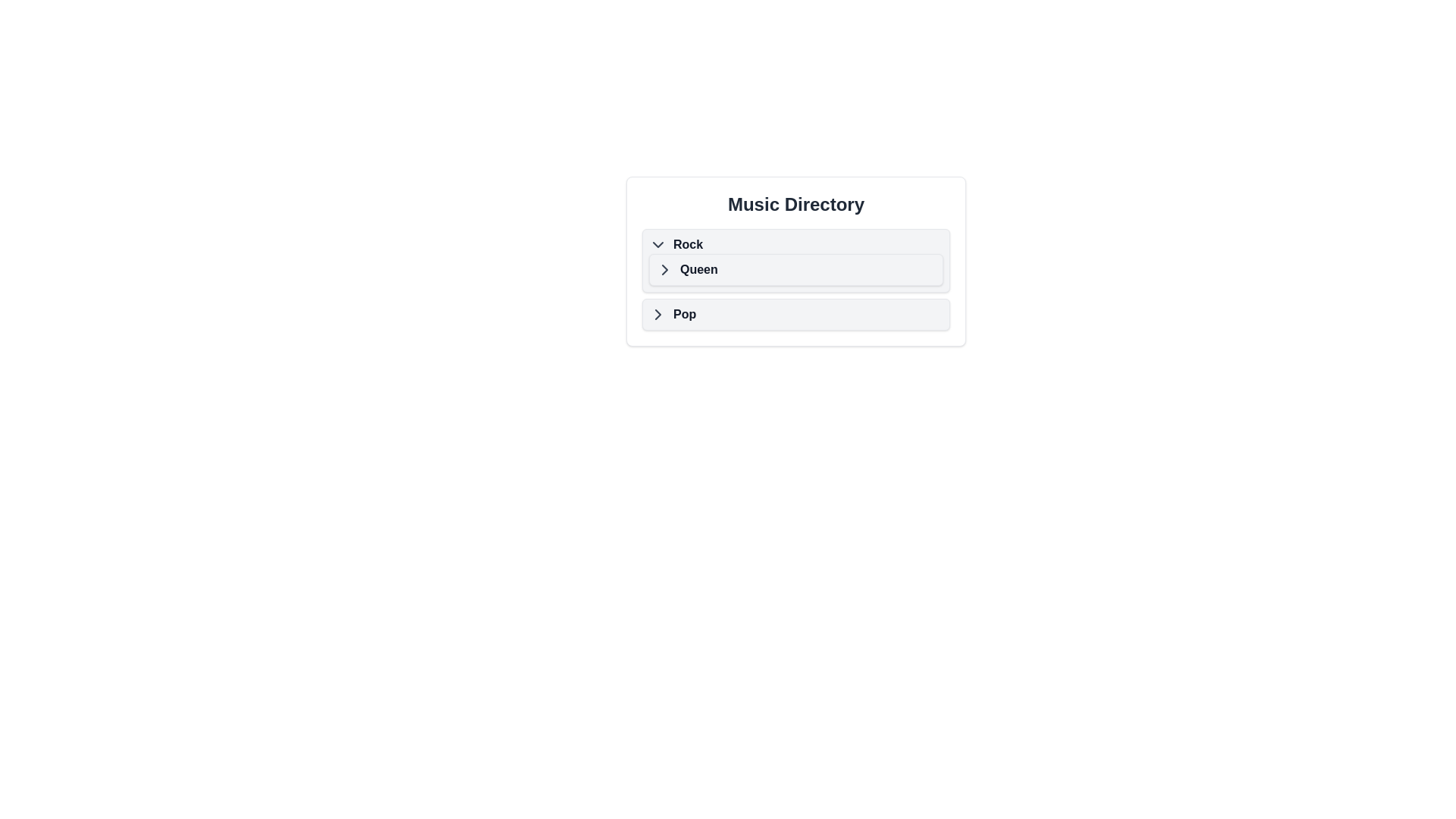 The height and width of the screenshot is (819, 1456). I want to click on the 'Pop' category button in the music directory to observe the tooltip or visual feedback, so click(795, 314).